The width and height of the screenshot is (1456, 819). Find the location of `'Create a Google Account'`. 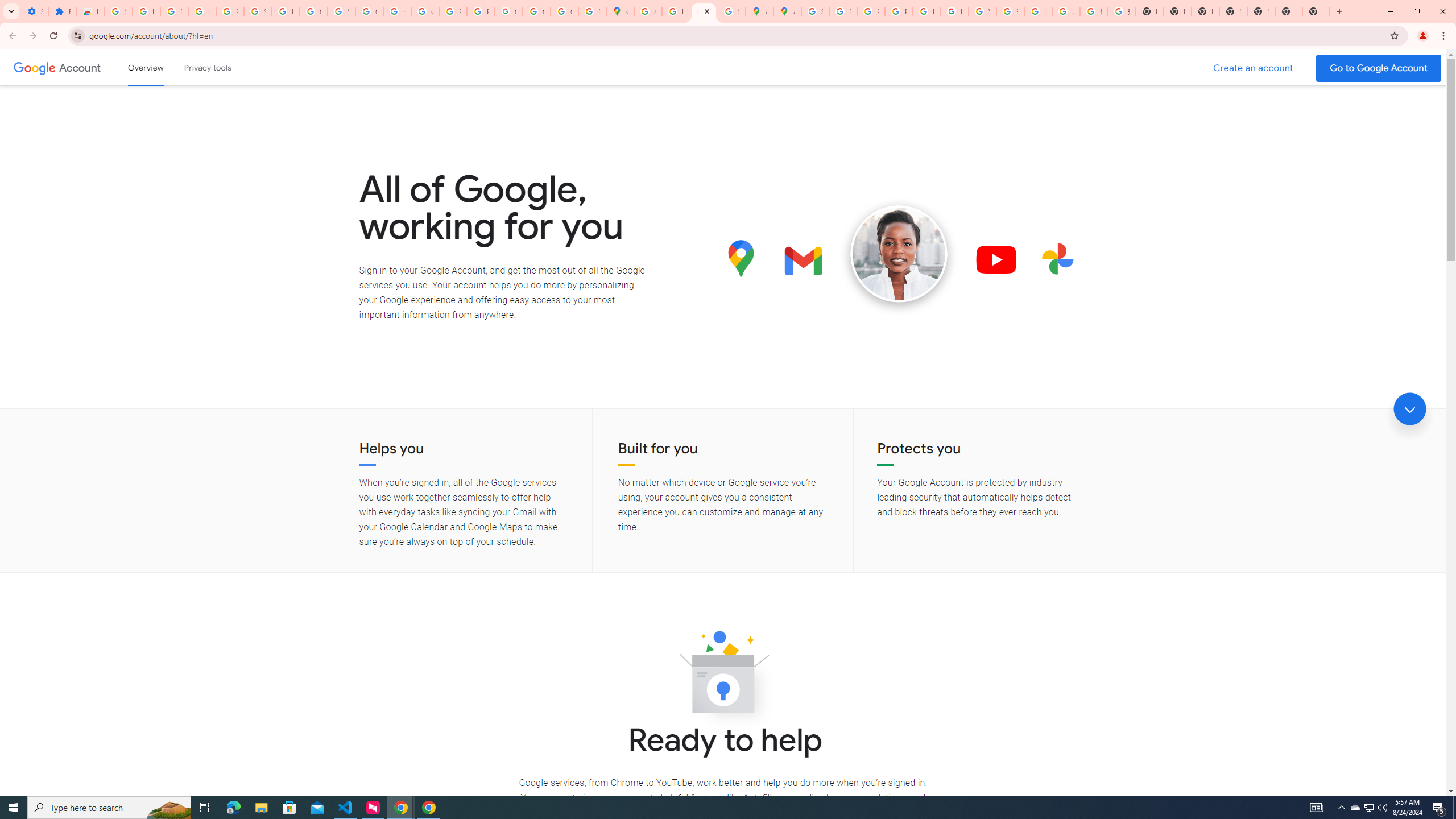

'Create a Google Account' is located at coordinates (1254, 68).